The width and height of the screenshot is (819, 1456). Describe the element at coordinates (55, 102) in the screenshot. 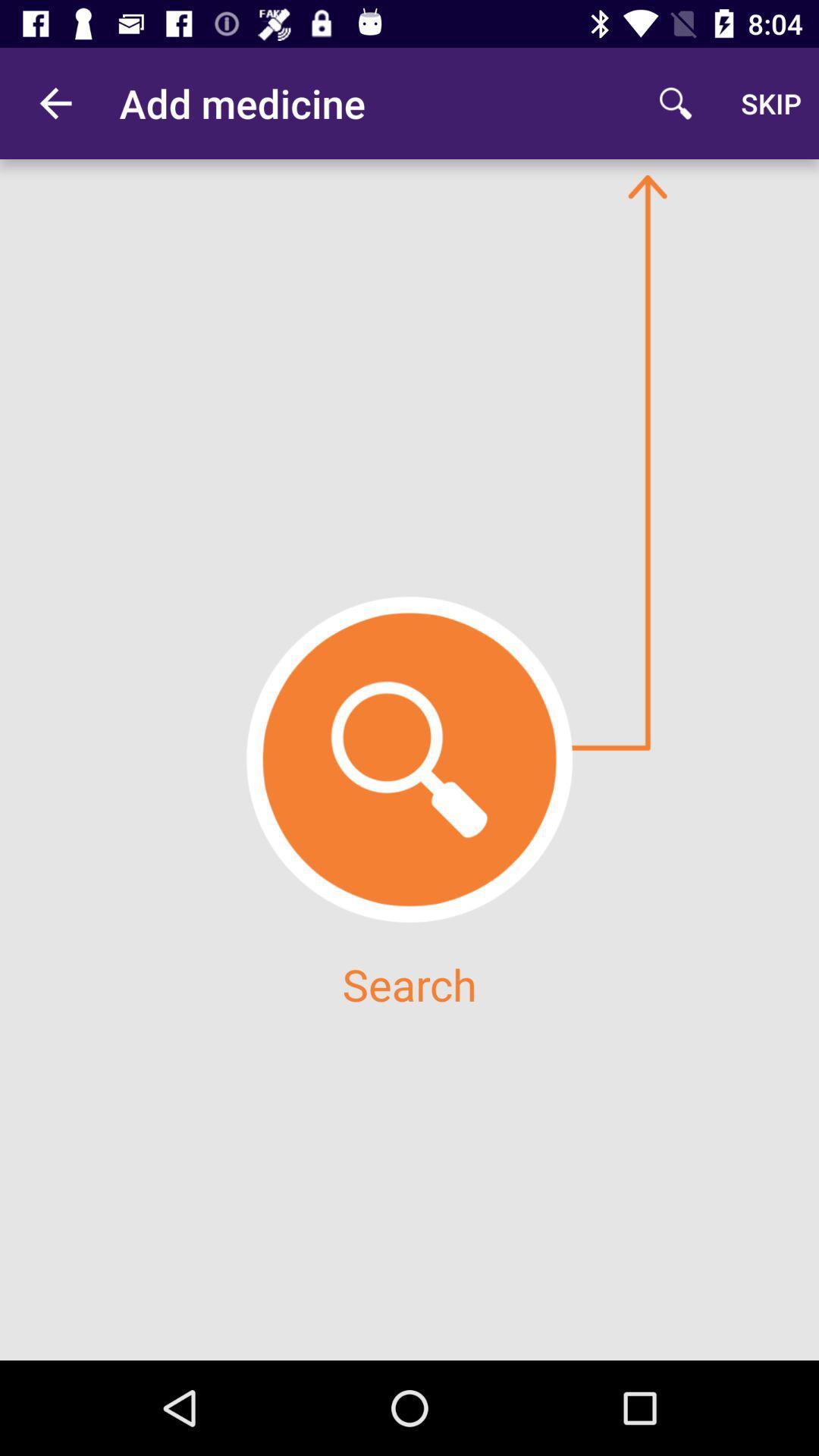

I see `the icon next to add medicine` at that location.